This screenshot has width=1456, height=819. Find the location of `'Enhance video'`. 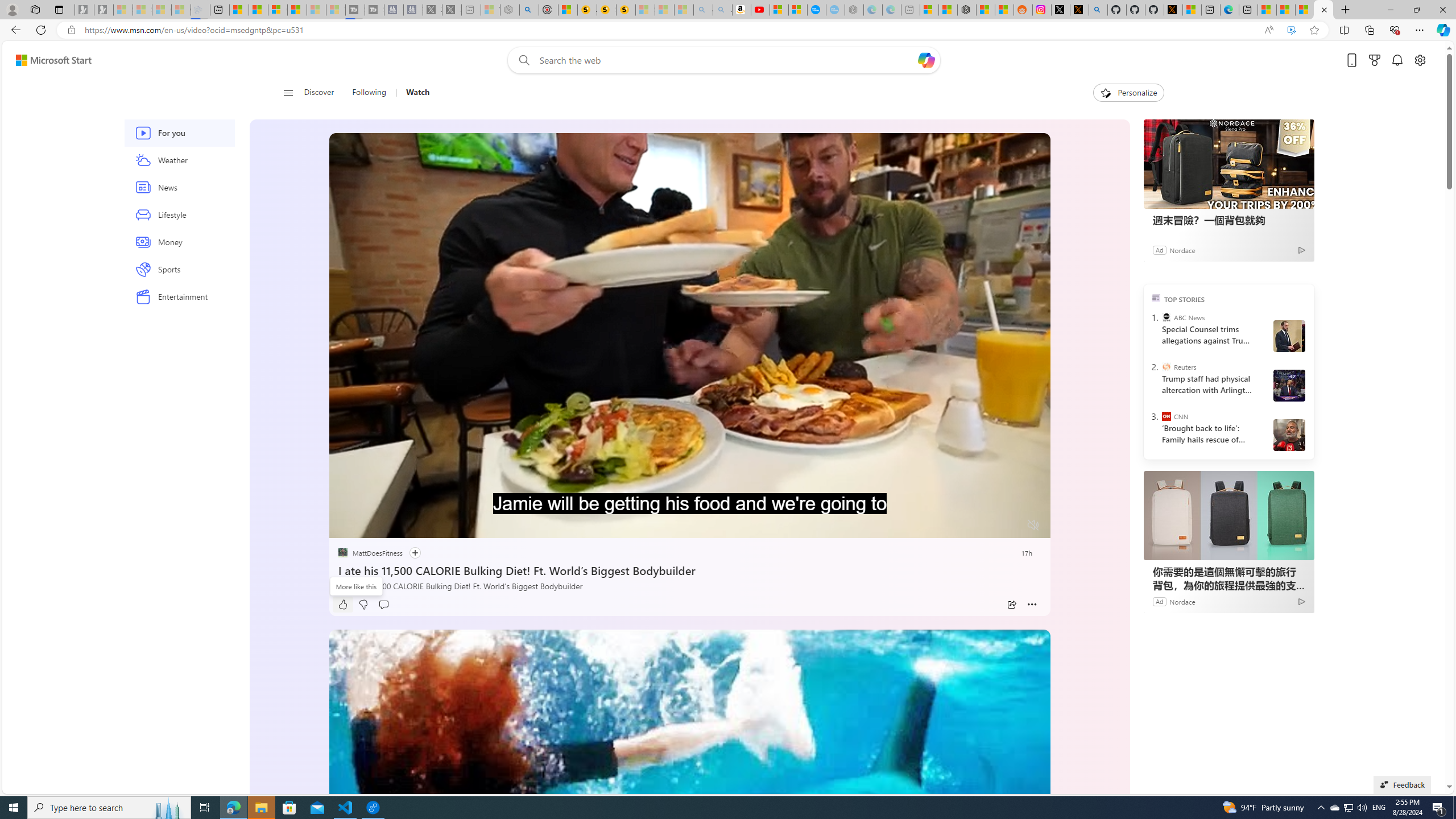

'Enhance video' is located at coordinates (1291, 30).